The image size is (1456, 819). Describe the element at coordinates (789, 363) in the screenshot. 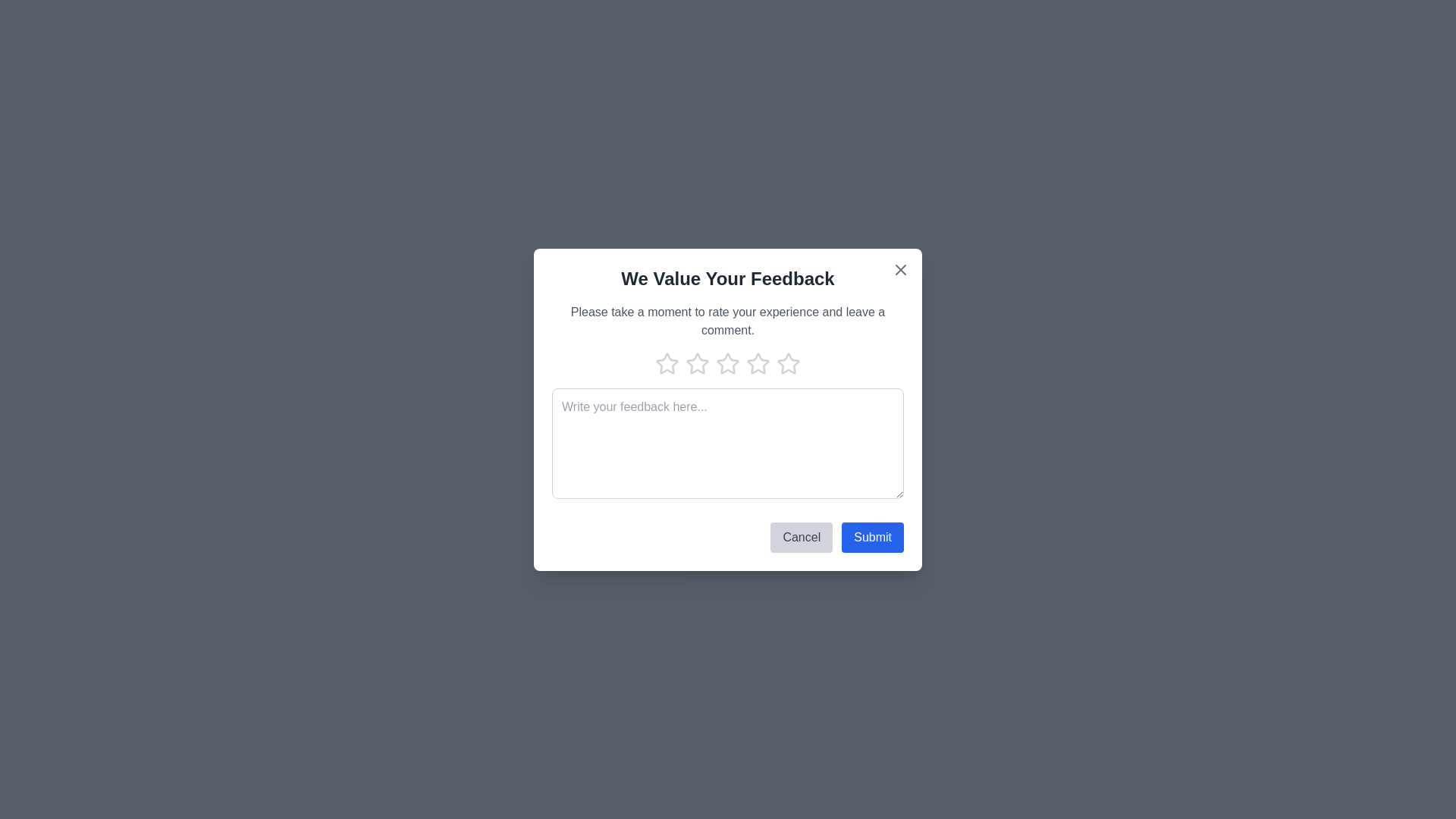

I see `the fifth hollow star icon used for rating purposes` at that location.